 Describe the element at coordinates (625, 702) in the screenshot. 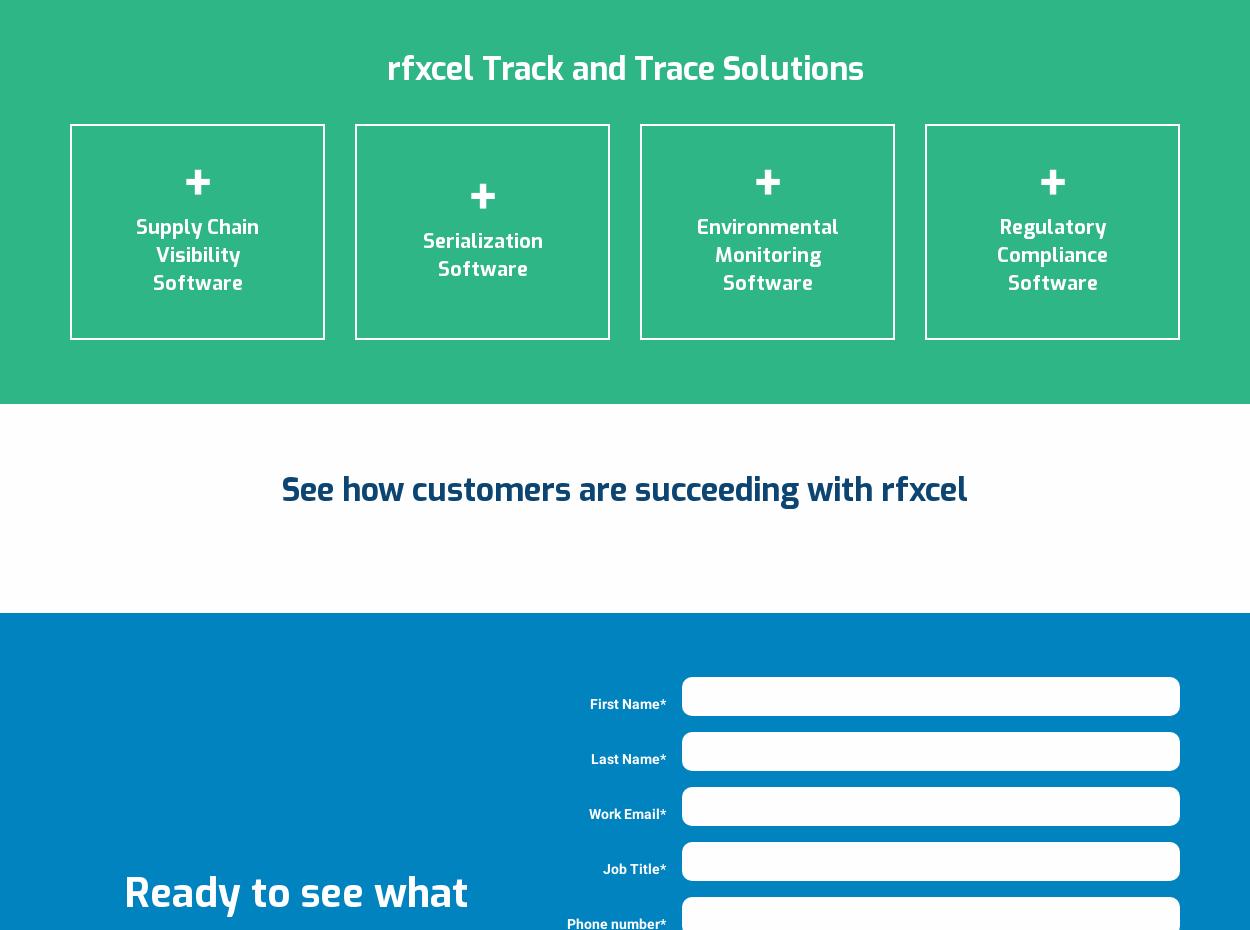

I see `'First Name'` at that location.